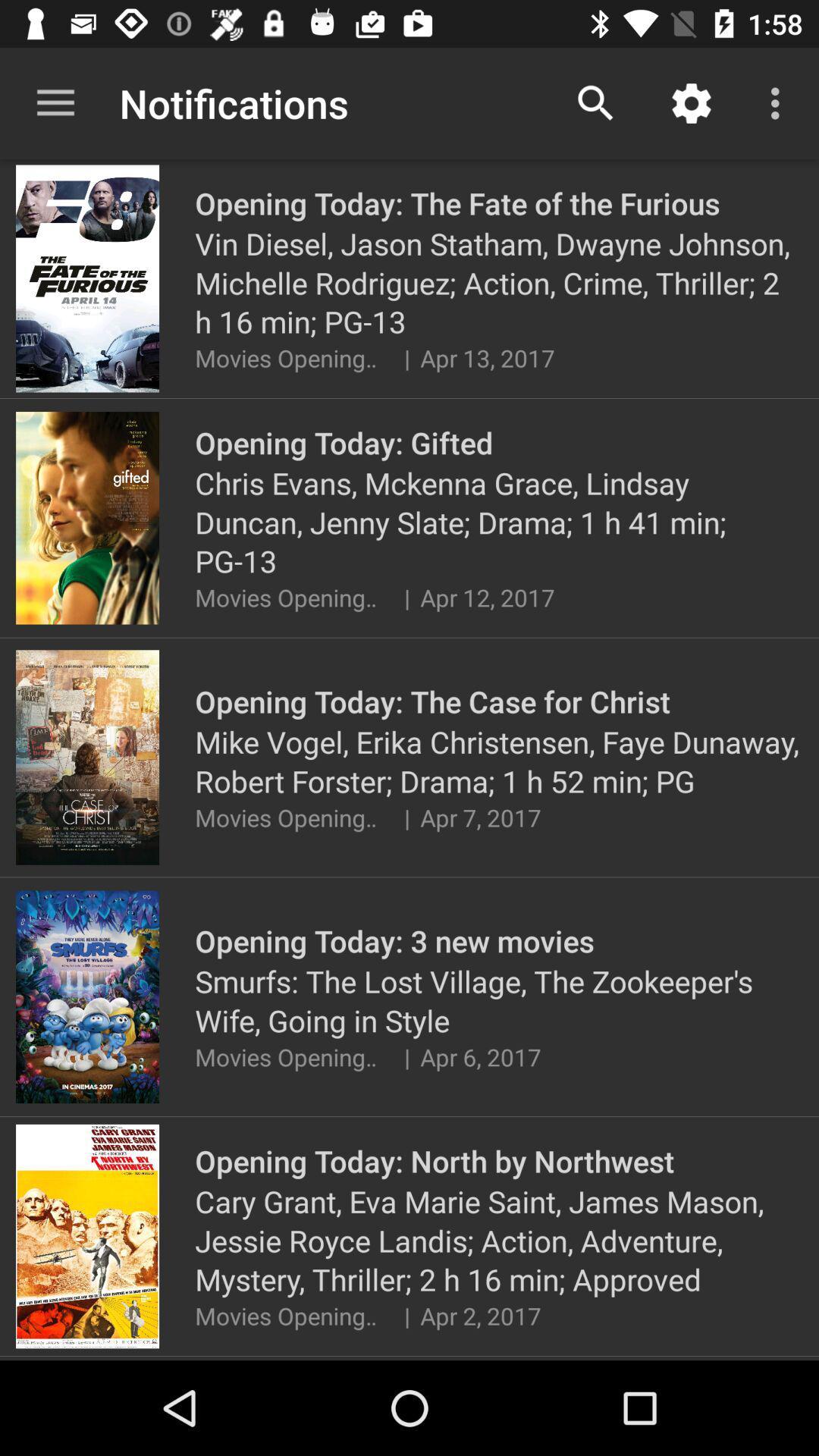 This screenshot has width=819, height=1456. I want to click on item above opening today 3, so click(406, 817).